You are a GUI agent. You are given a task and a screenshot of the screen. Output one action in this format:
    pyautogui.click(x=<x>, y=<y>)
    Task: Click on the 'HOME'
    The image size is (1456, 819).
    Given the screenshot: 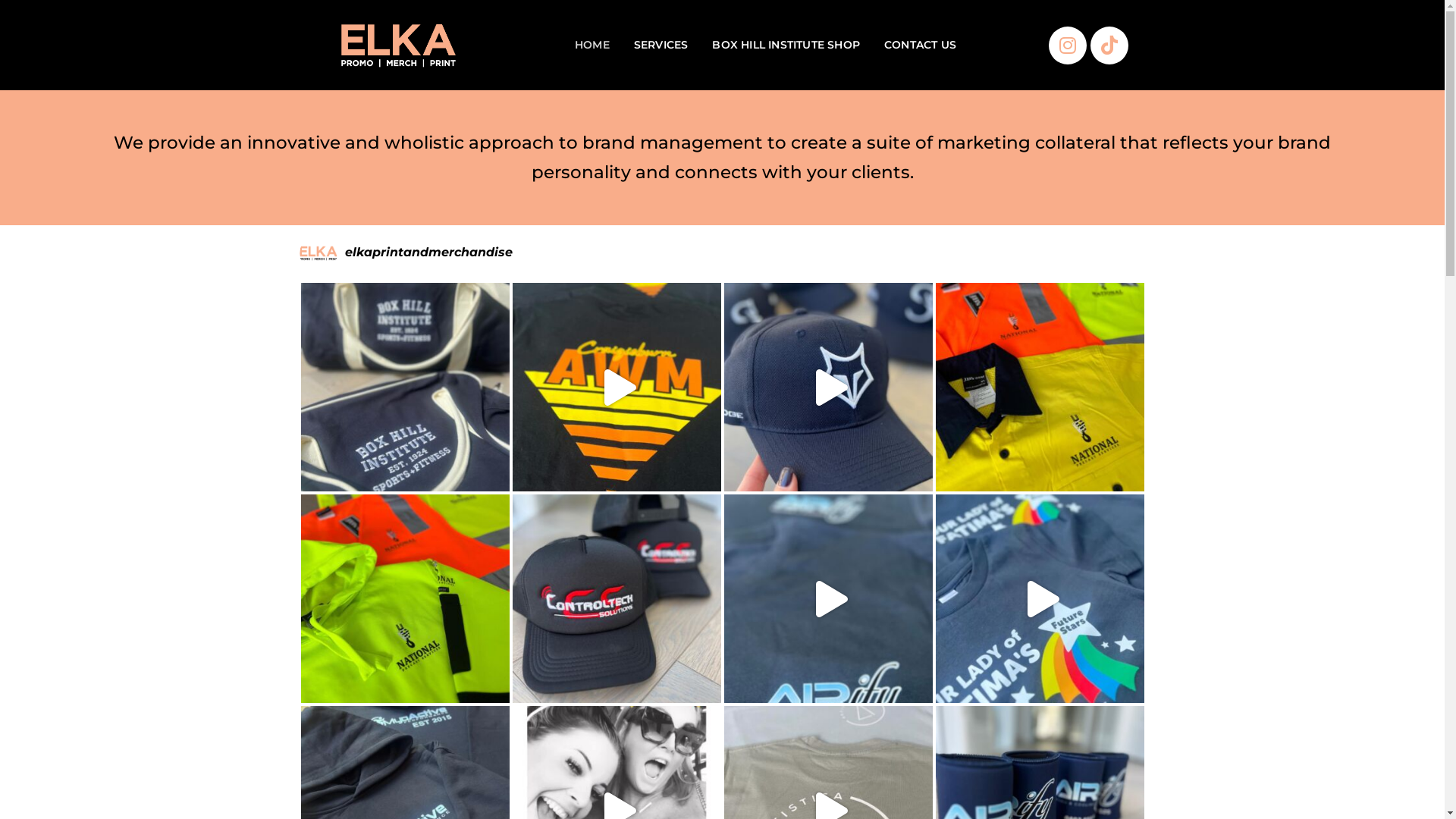 What is the action you would take?
    pyautogui.click(x=591, y=44)
    